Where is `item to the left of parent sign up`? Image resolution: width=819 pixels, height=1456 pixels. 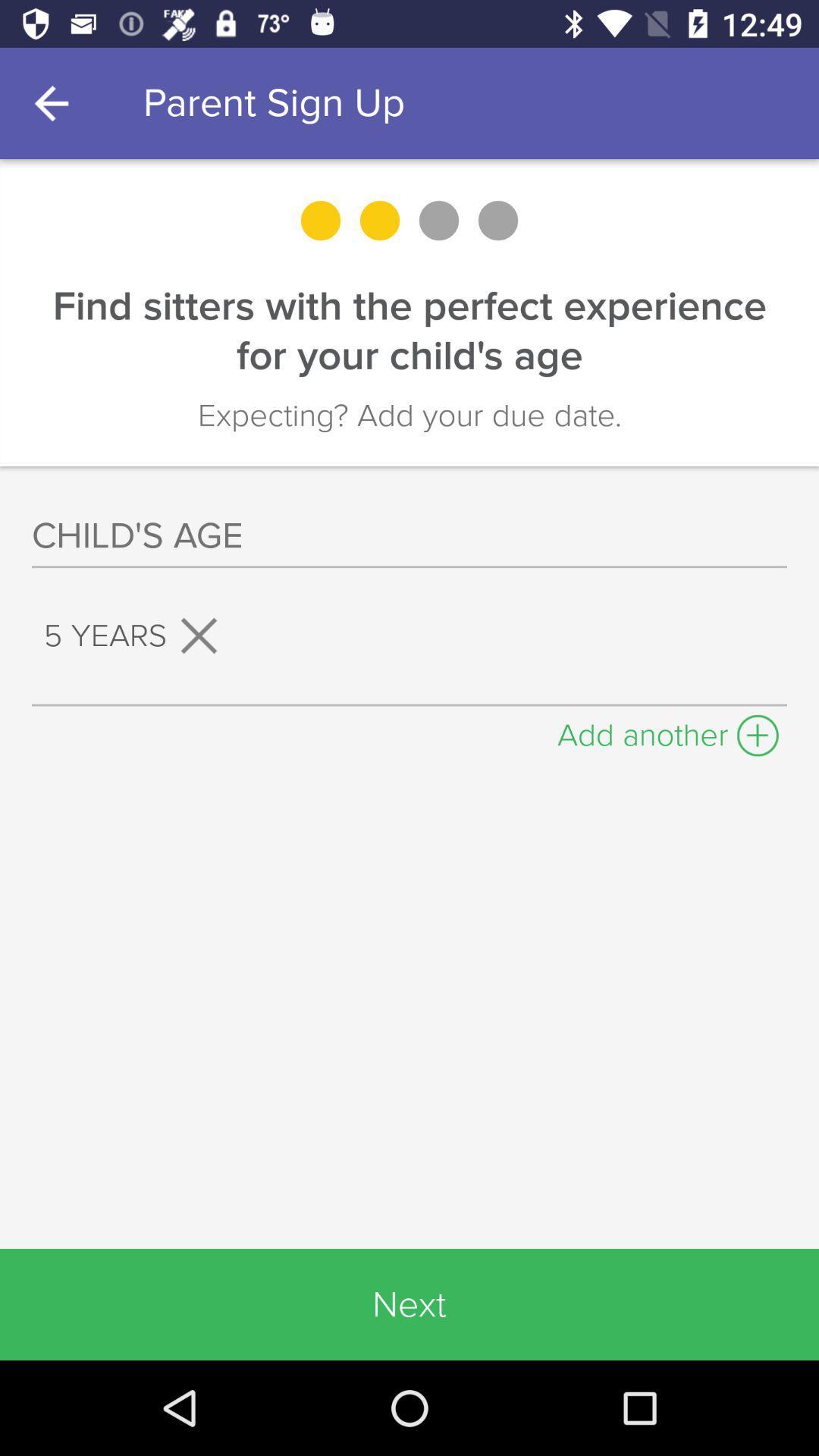
item to the left of parent sign up is located at coordinates (55, 102).